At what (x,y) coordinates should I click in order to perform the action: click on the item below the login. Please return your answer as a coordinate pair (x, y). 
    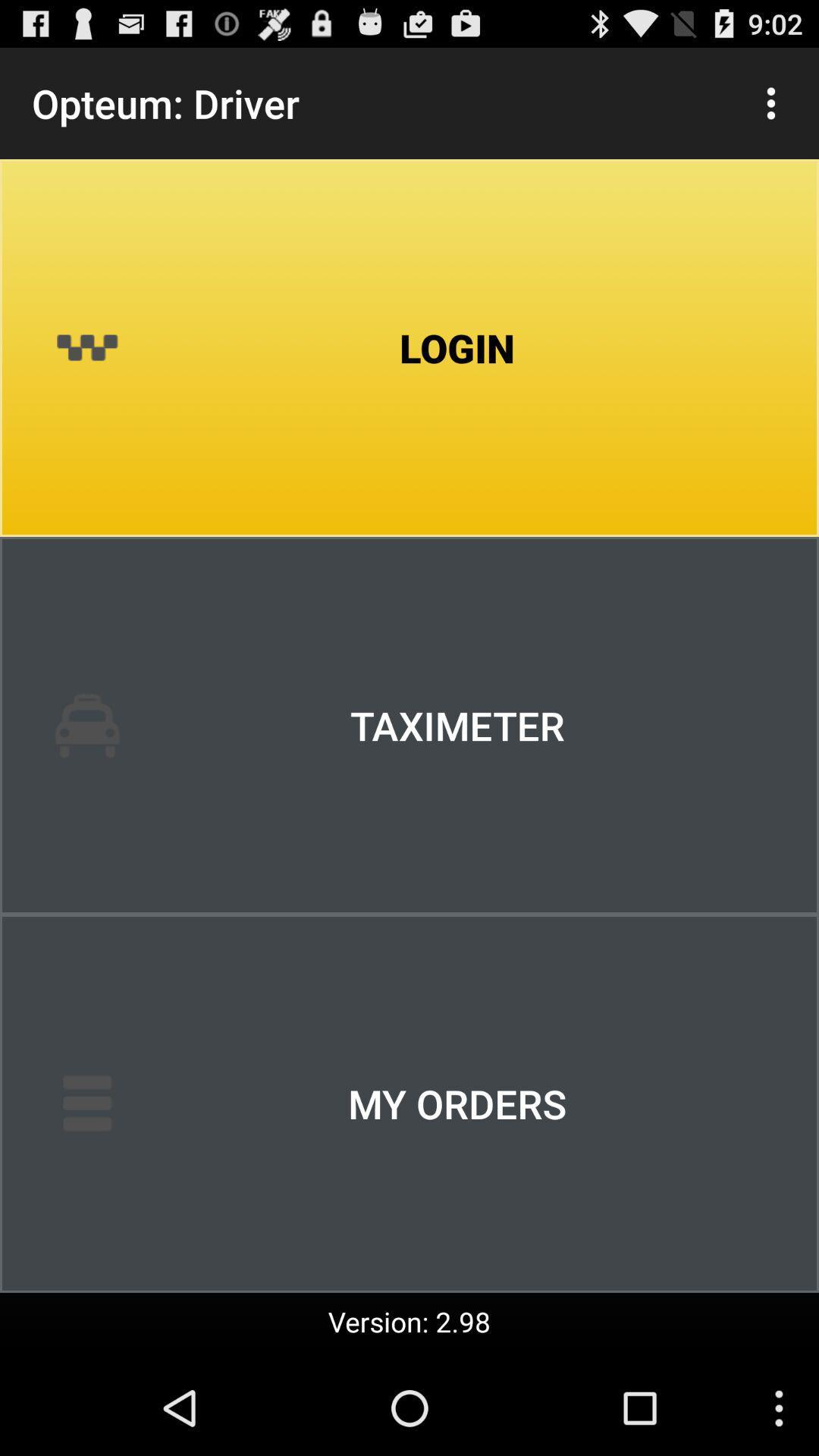
    Looking at the image, I should click on (409, 724).